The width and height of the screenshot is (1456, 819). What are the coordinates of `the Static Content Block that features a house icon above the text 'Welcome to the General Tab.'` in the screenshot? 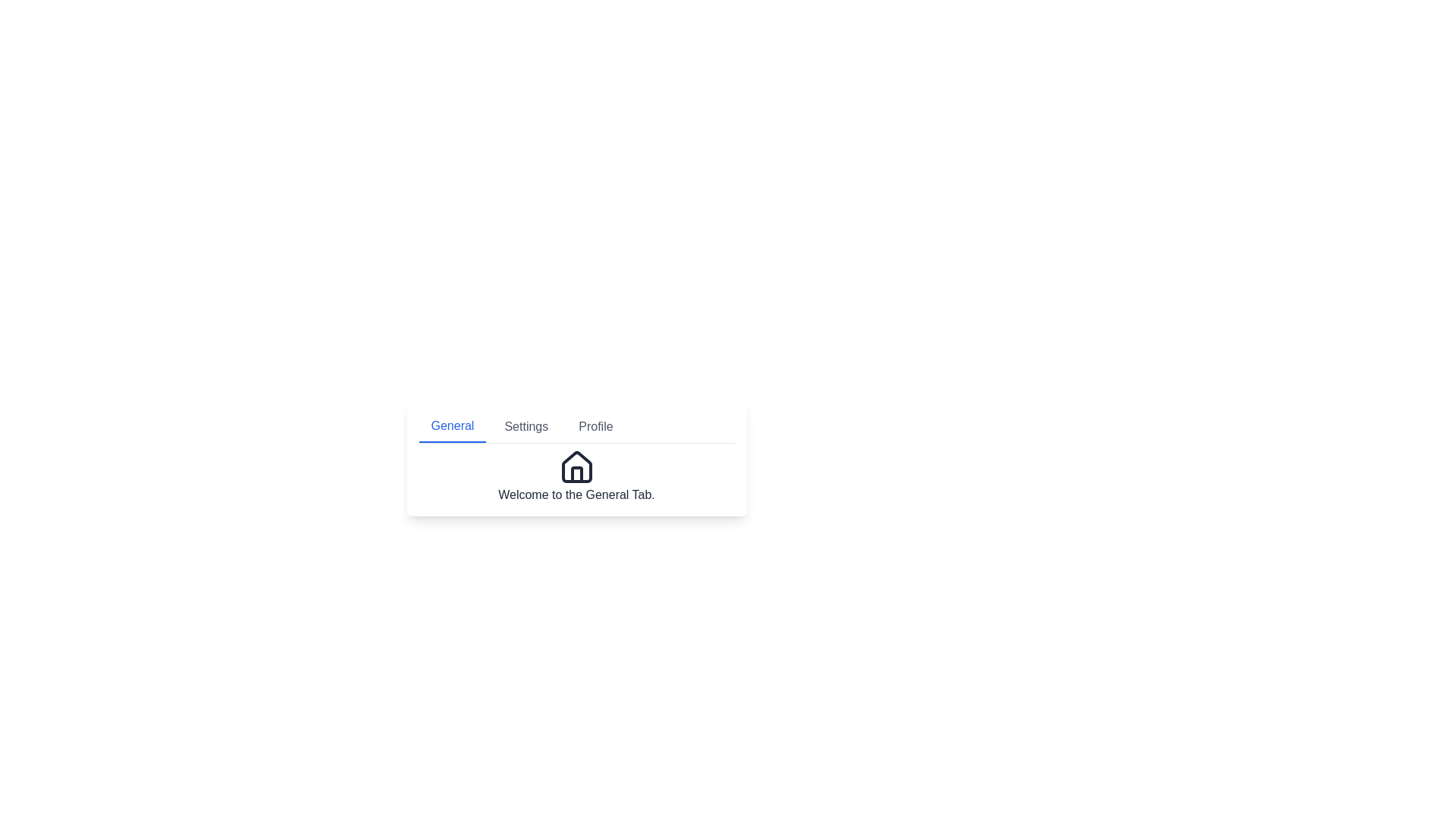 It's located at (576, 475).